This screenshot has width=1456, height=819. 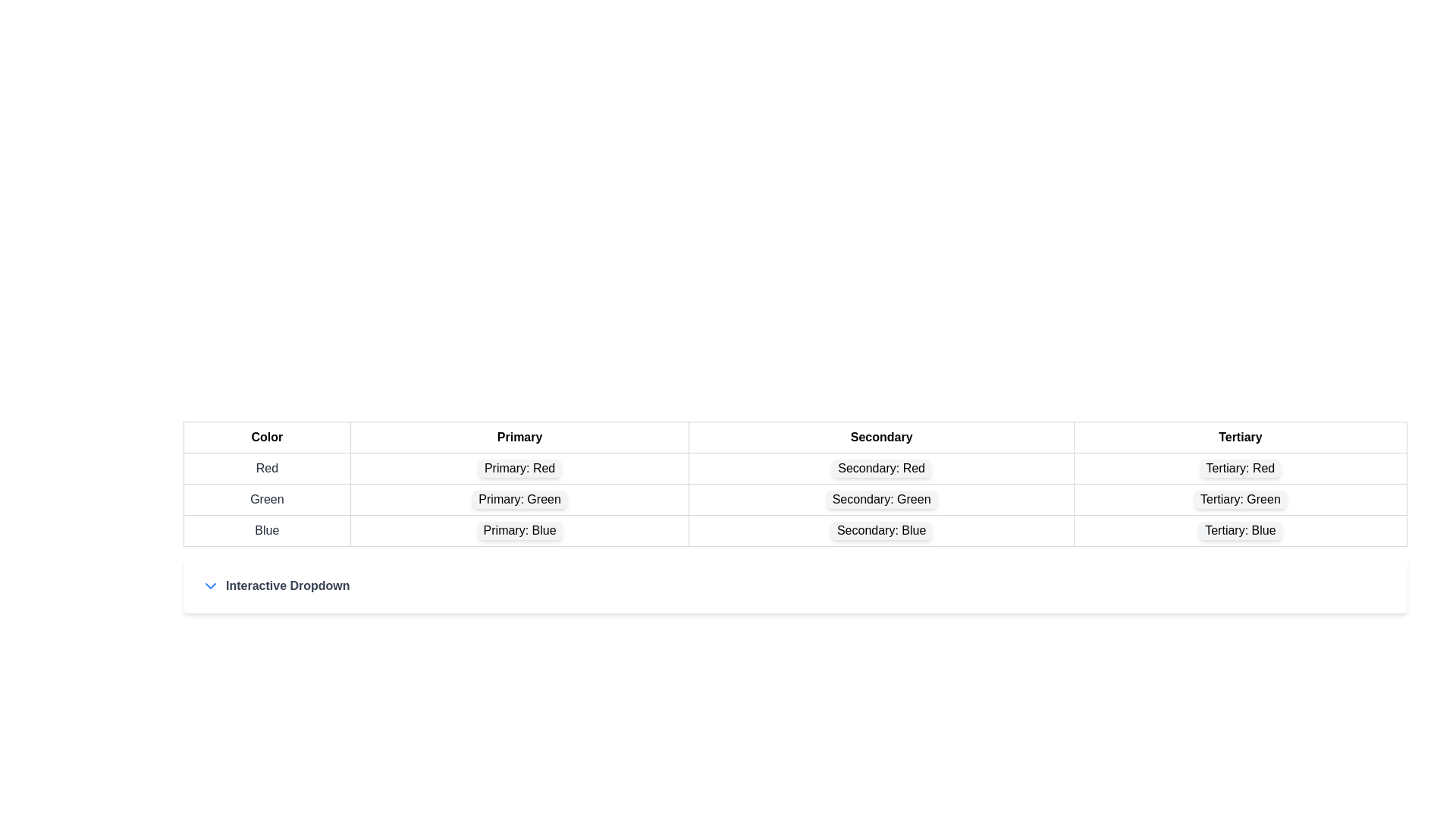 What do you see at coordinates (881, 529) in the screenshot?
I see `the static text label styled like a button that displays 'Secondary: Blue' with a light gray background and rounded corners` at bounding box center [881, 529].